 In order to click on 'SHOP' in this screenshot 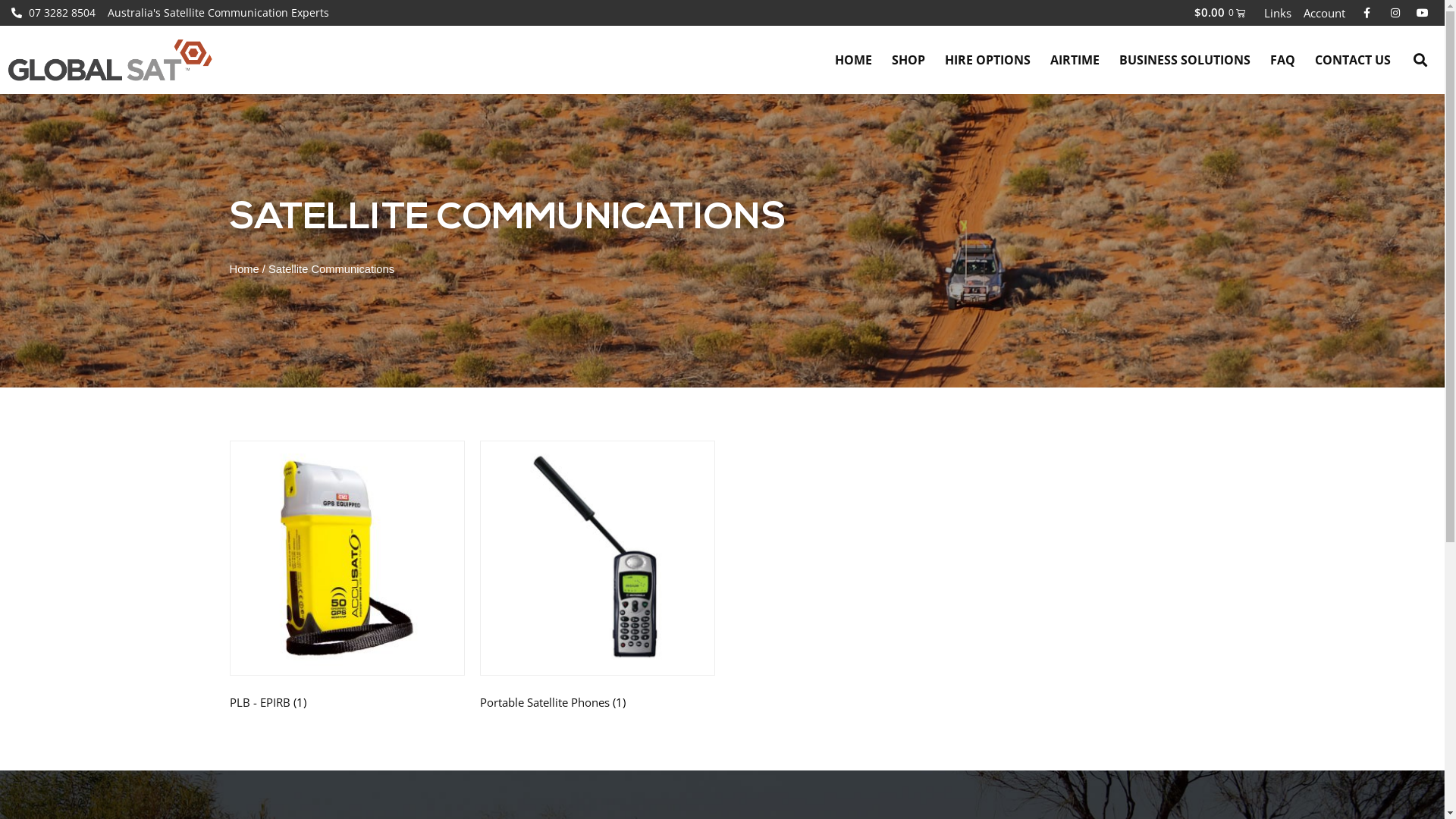, I will do `click(908, 58)`.